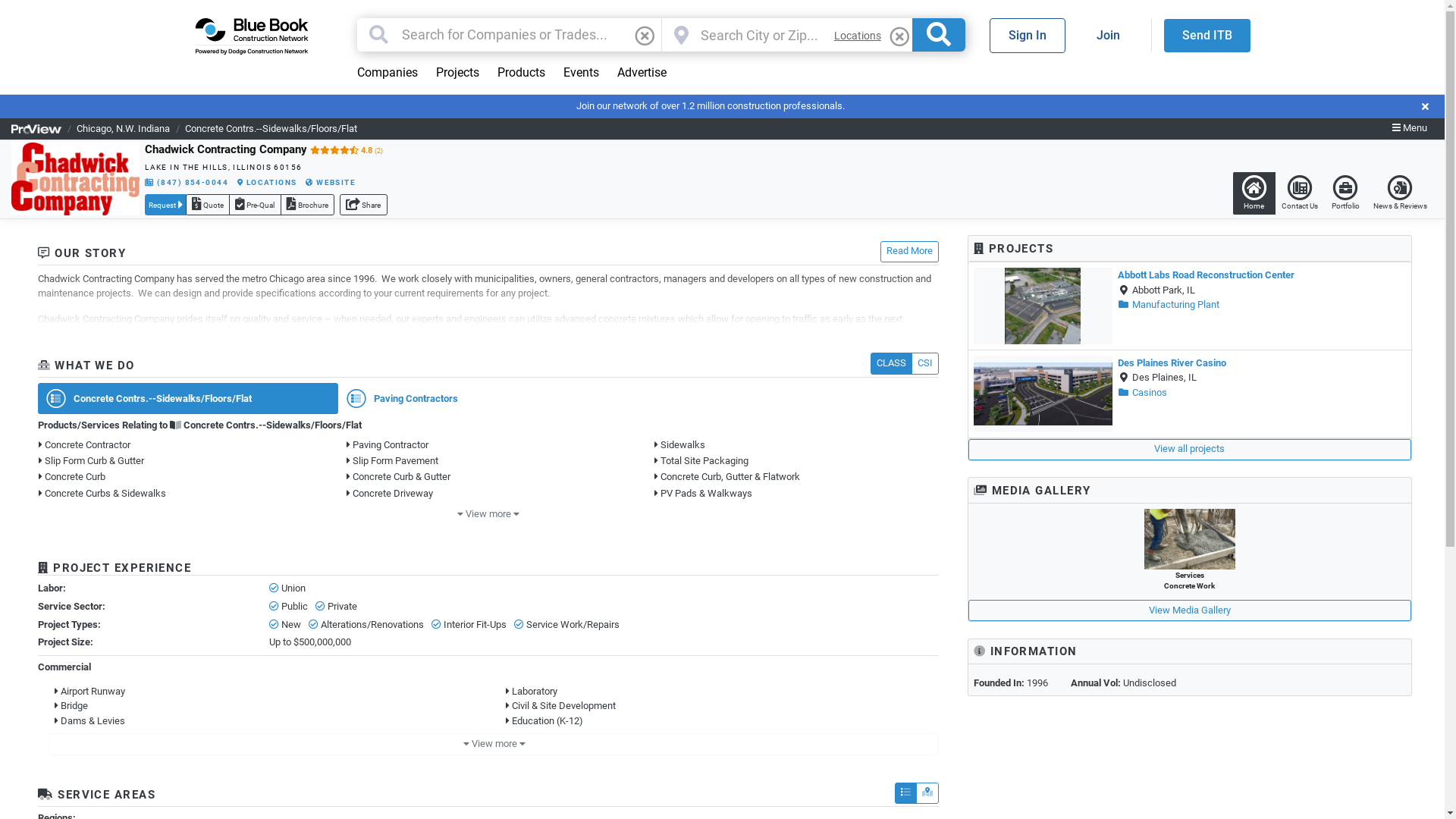 This screenshot has width=1456, height=819. Describe the element at coordinates (909, 250) in the screenshot. I see `'Read More'` at that location.